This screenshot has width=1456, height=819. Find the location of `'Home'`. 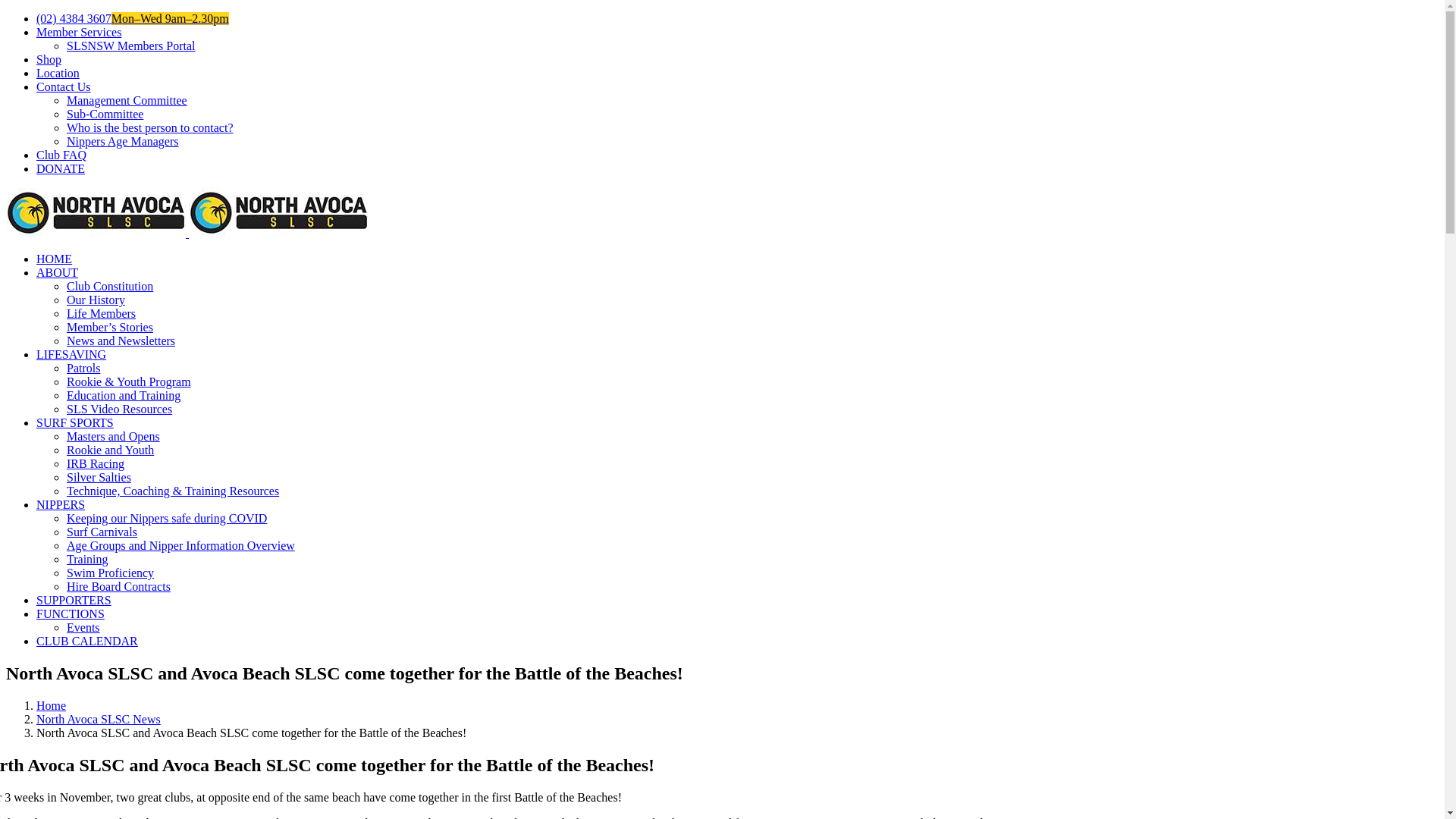

'Home' is located at coordinates (36, 705).